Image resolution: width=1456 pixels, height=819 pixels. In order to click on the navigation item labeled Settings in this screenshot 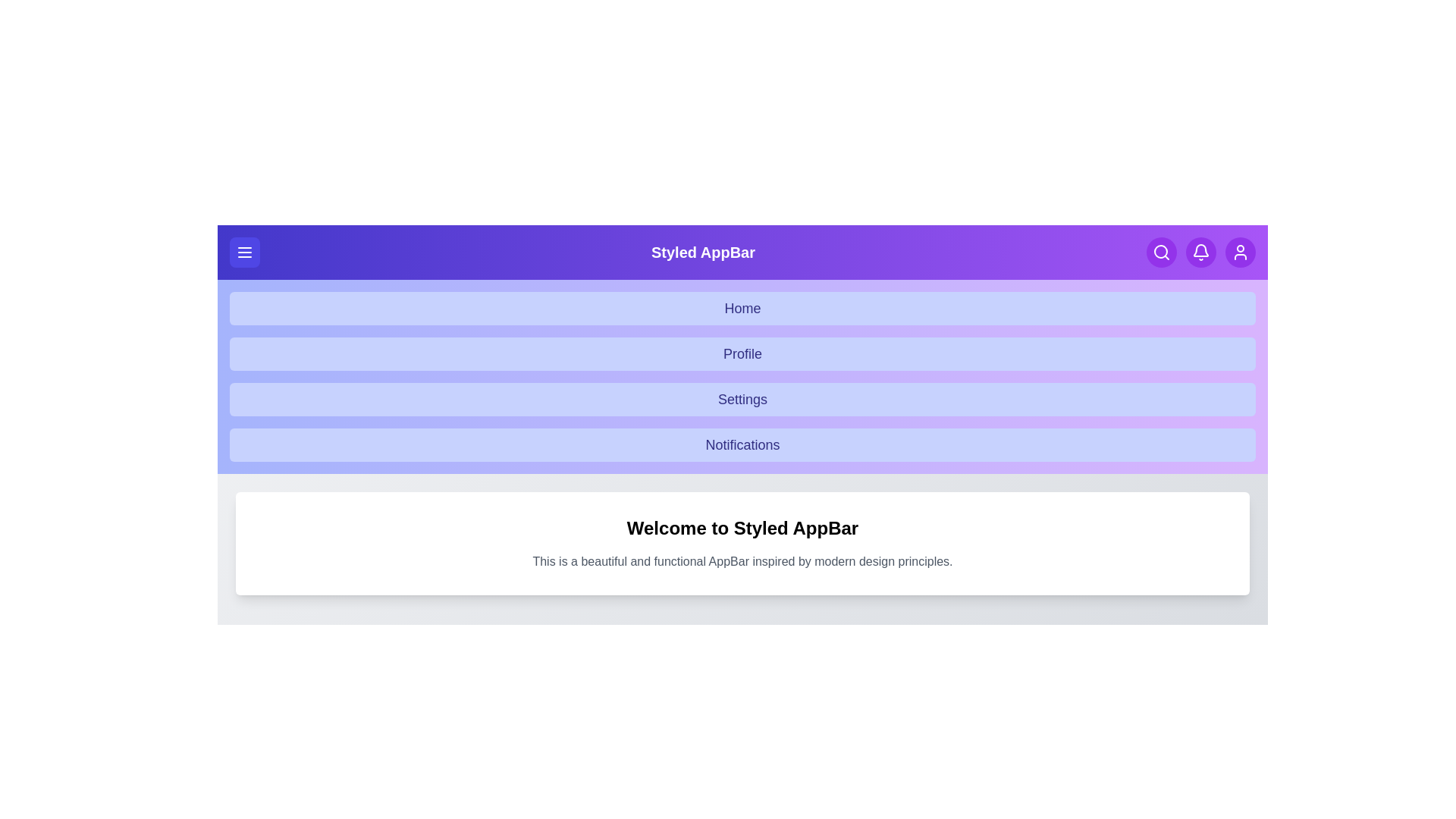, I will do `click(742, 399)`.